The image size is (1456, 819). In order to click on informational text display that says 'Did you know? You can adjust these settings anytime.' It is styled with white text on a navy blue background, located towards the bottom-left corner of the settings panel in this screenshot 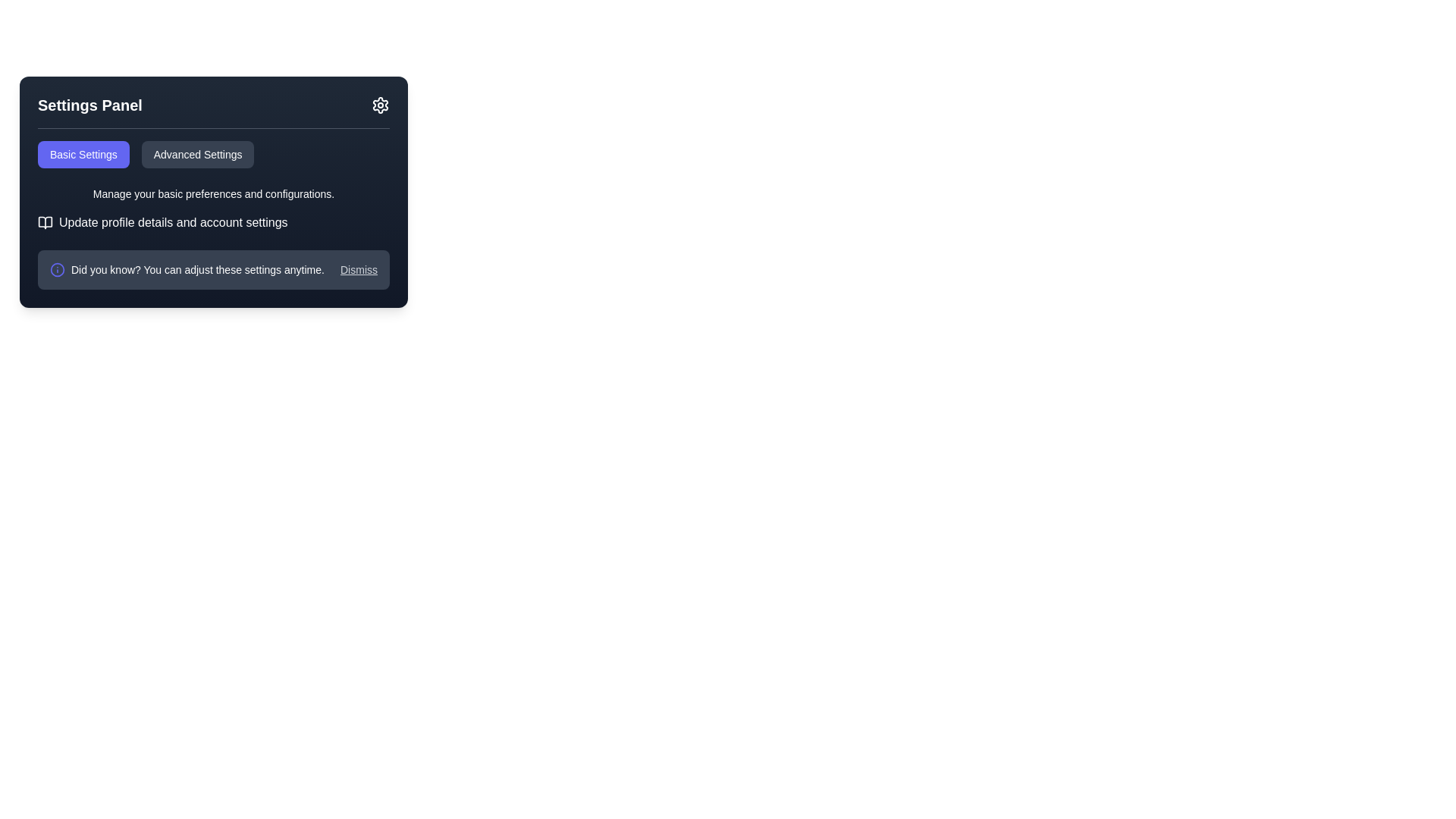, I will do `click(196, 268)`.